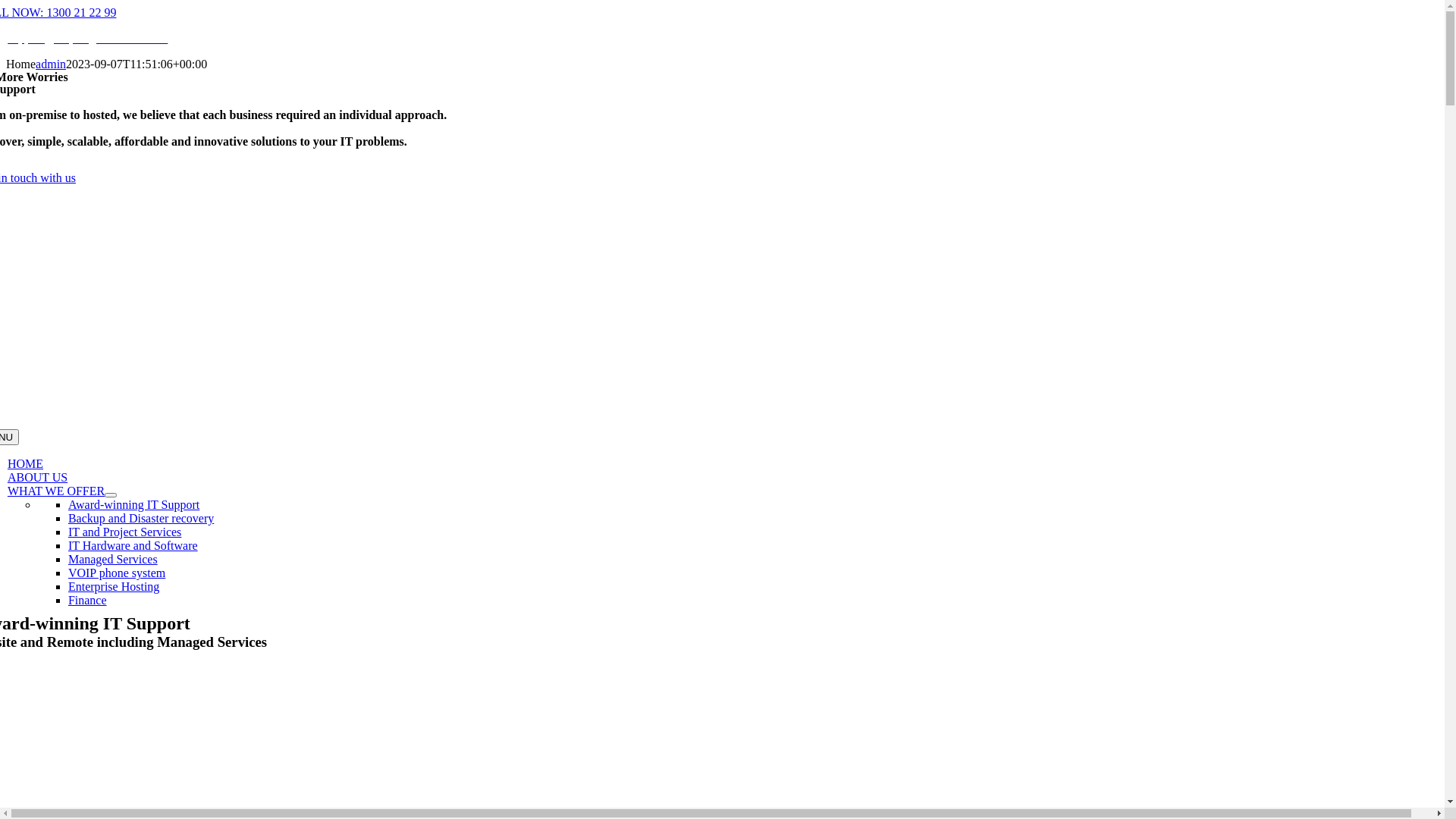  What do you see at coordinates (5, 5) in the screenshot?
I see `'Skip to content'` at bounding box center [5, 5].